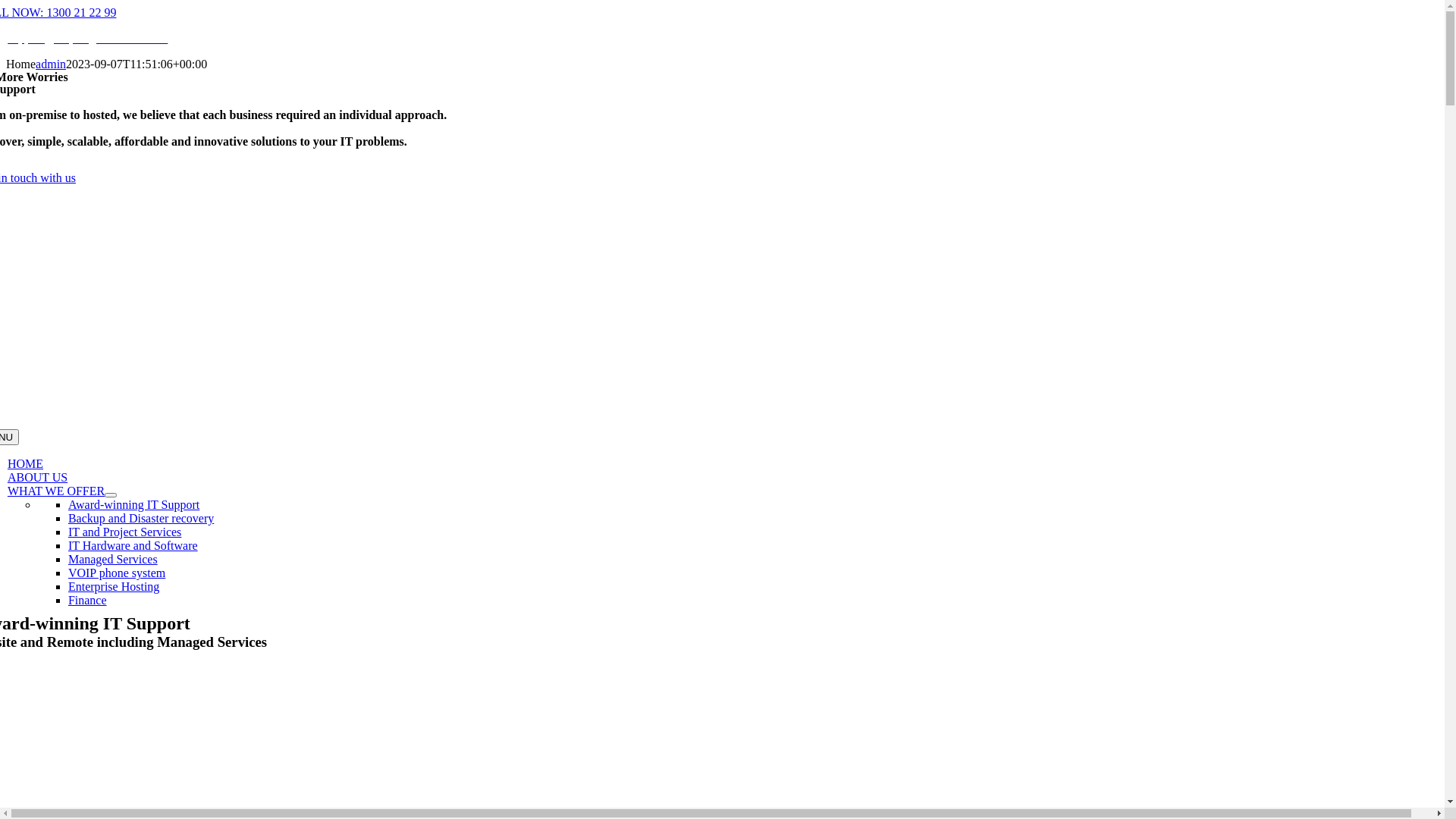  What do you see at coordinates (5, 5) in the screenshot?
I see `'Skip to content'` at bounding box center [5, 5].